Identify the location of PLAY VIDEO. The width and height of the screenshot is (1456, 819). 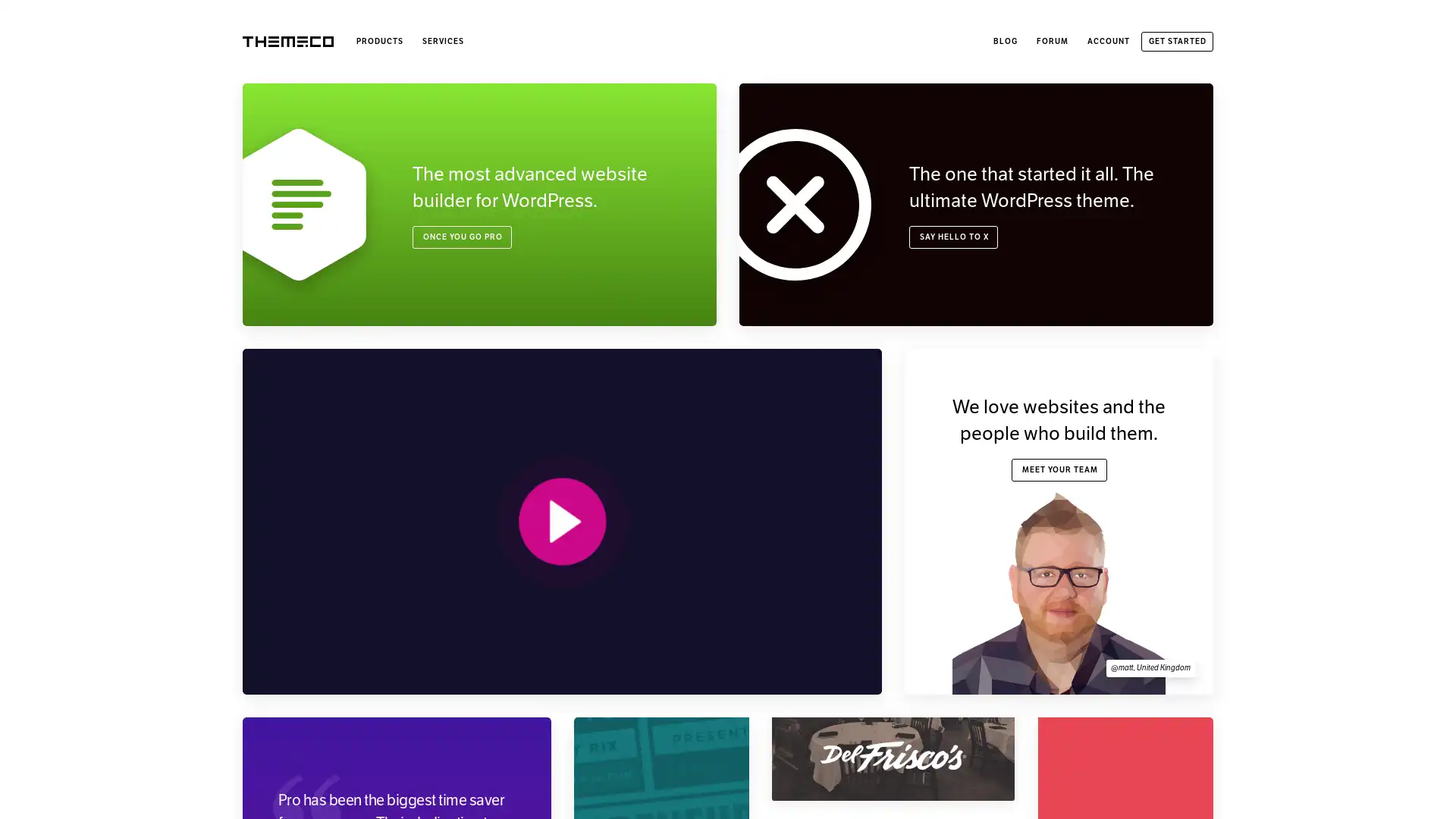
(561, 520).